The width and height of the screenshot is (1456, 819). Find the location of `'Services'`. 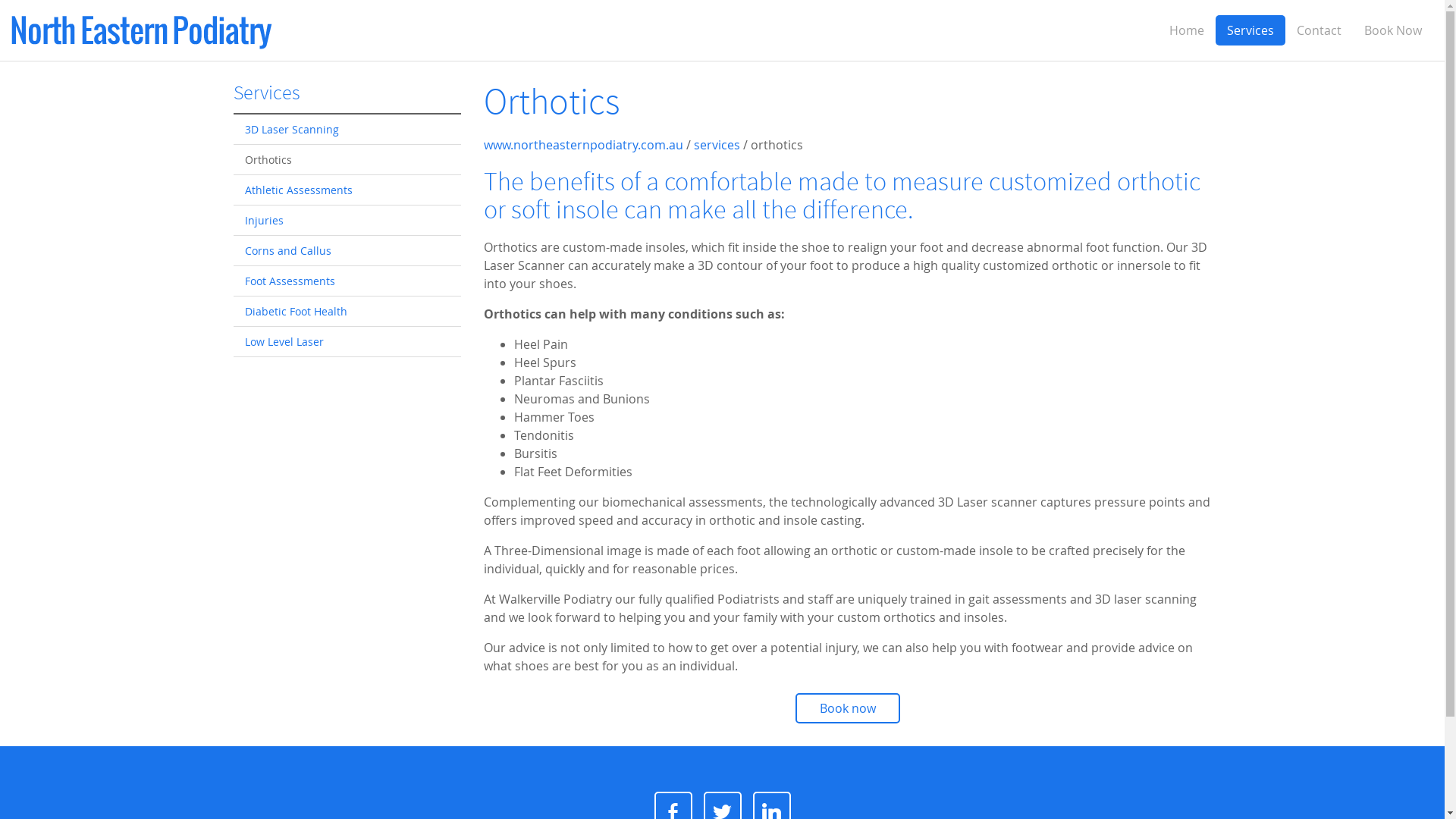

'Services' is located at coordinates (266, 93).